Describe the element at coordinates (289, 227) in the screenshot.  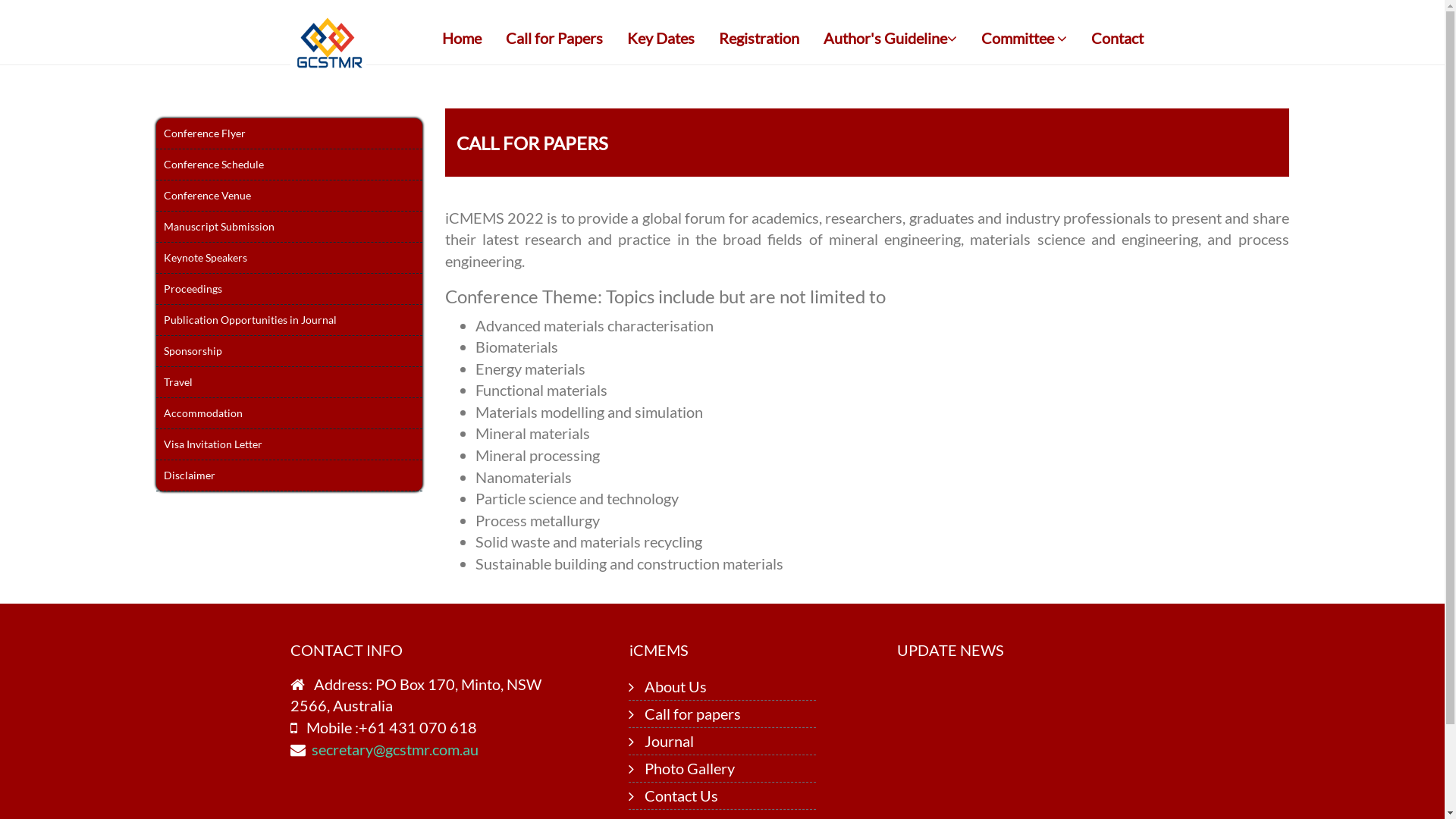
I see `'Manuscript Submission'` at that location.